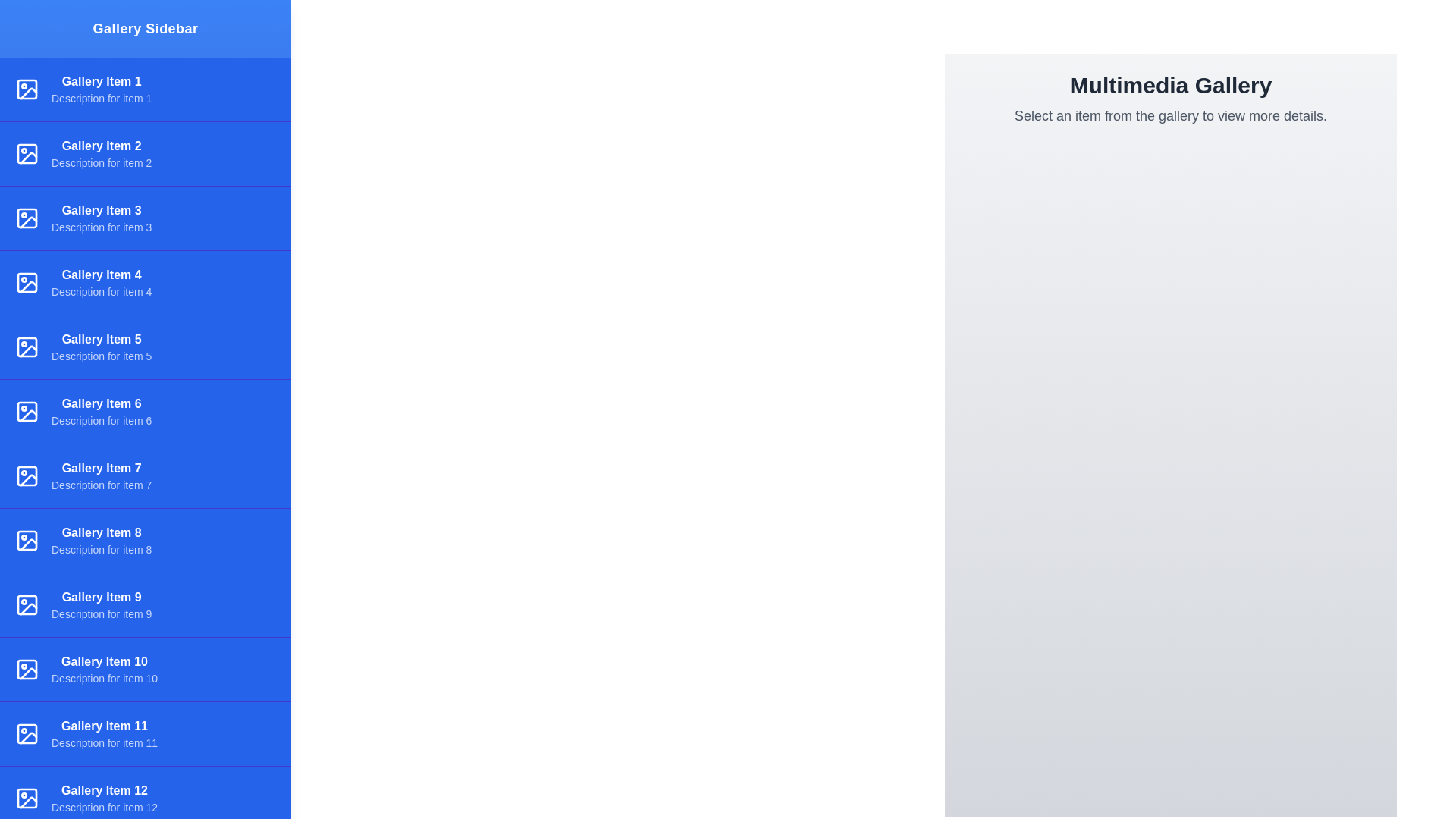  I want to click on the toggle button to toggle the drawer's visibility, so click(32, 32).